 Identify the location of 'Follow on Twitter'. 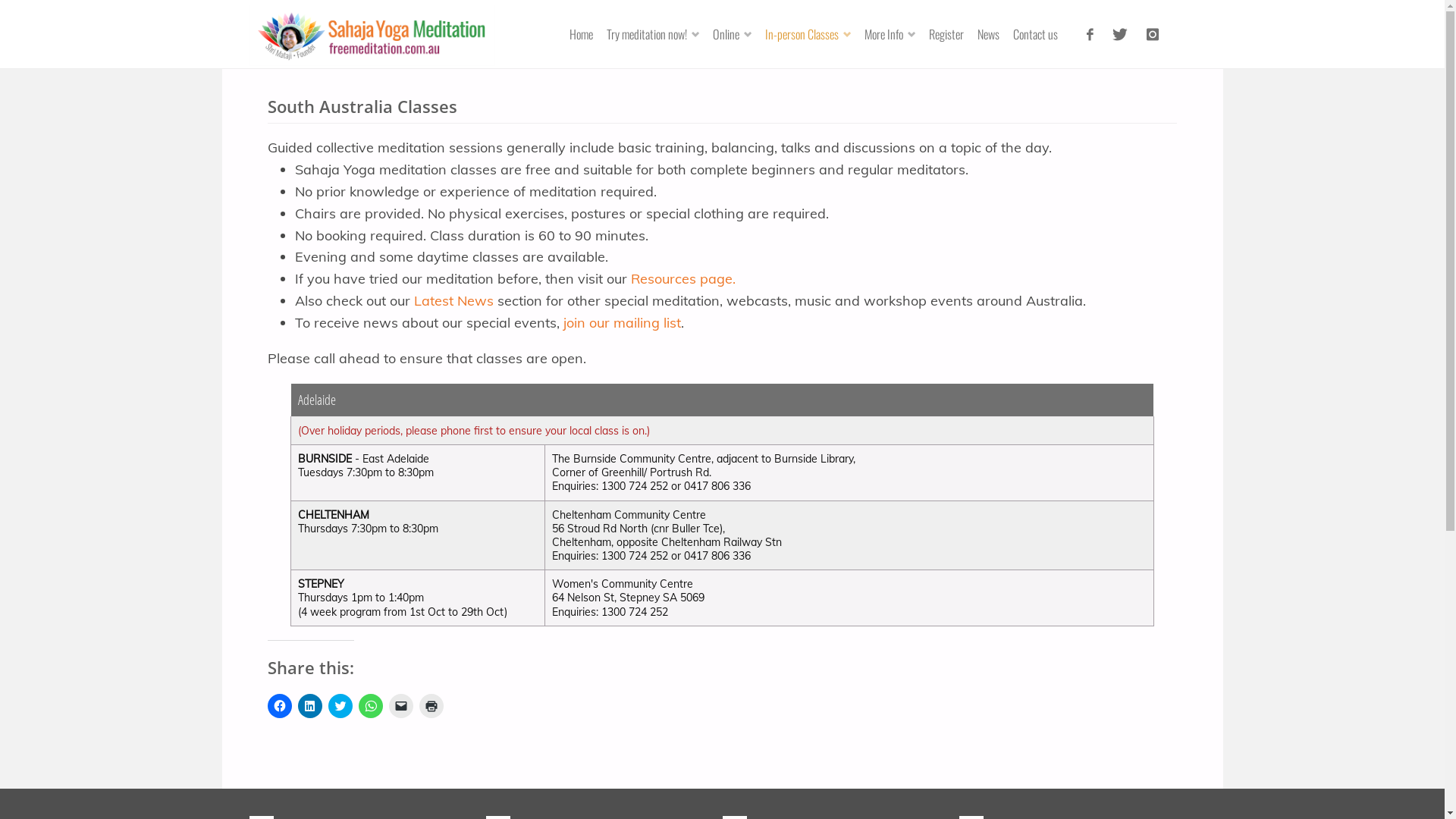
(1119, 34).